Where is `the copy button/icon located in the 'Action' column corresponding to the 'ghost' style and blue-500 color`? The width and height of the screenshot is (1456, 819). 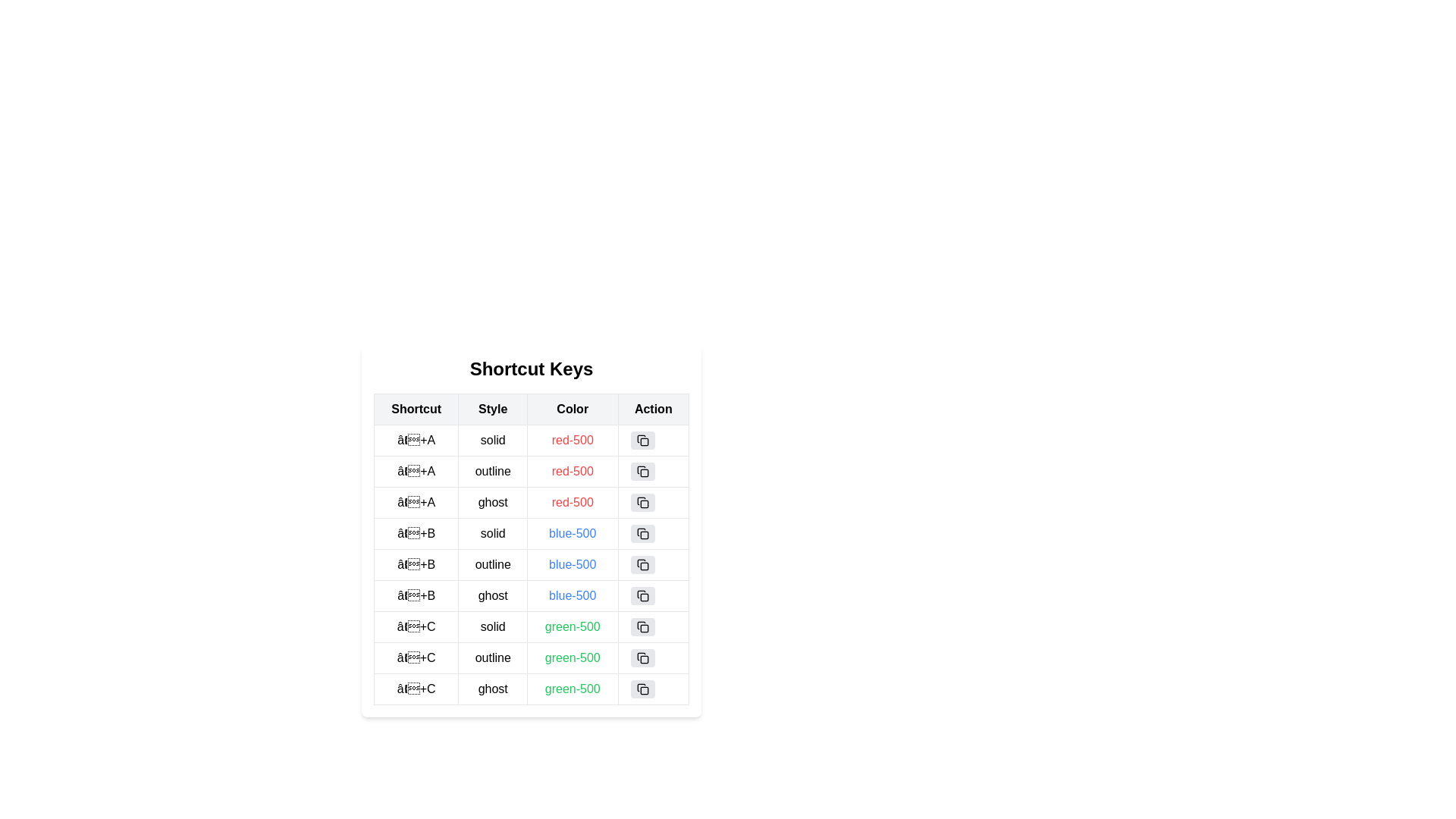
the copy button/icon located in the 'Action' column corresponding to the 'ghost' style and blue-500 color is located at coordinates (642, 595).